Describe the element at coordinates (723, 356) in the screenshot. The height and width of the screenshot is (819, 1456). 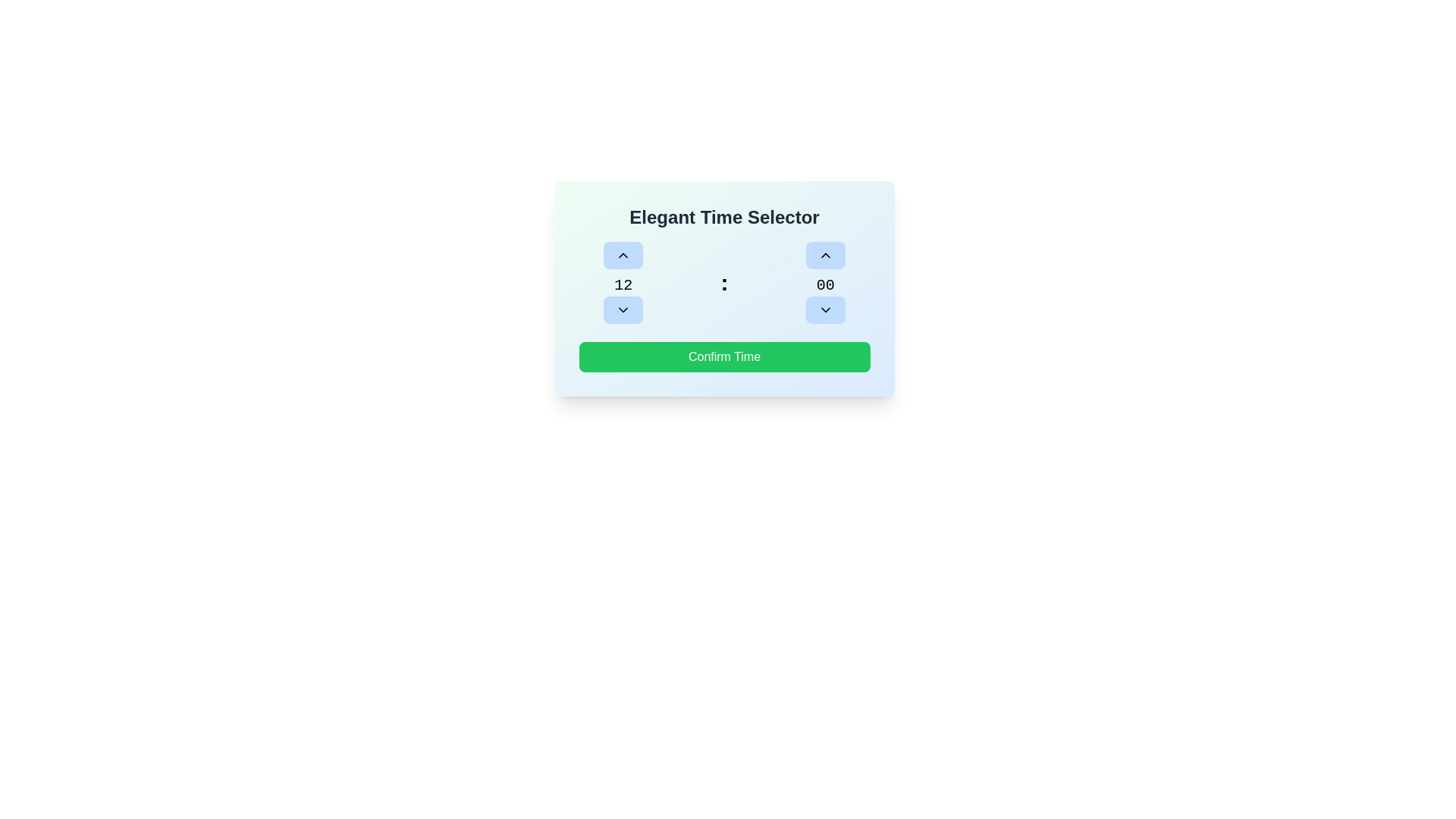
I see `keyboard navigation` at that location.